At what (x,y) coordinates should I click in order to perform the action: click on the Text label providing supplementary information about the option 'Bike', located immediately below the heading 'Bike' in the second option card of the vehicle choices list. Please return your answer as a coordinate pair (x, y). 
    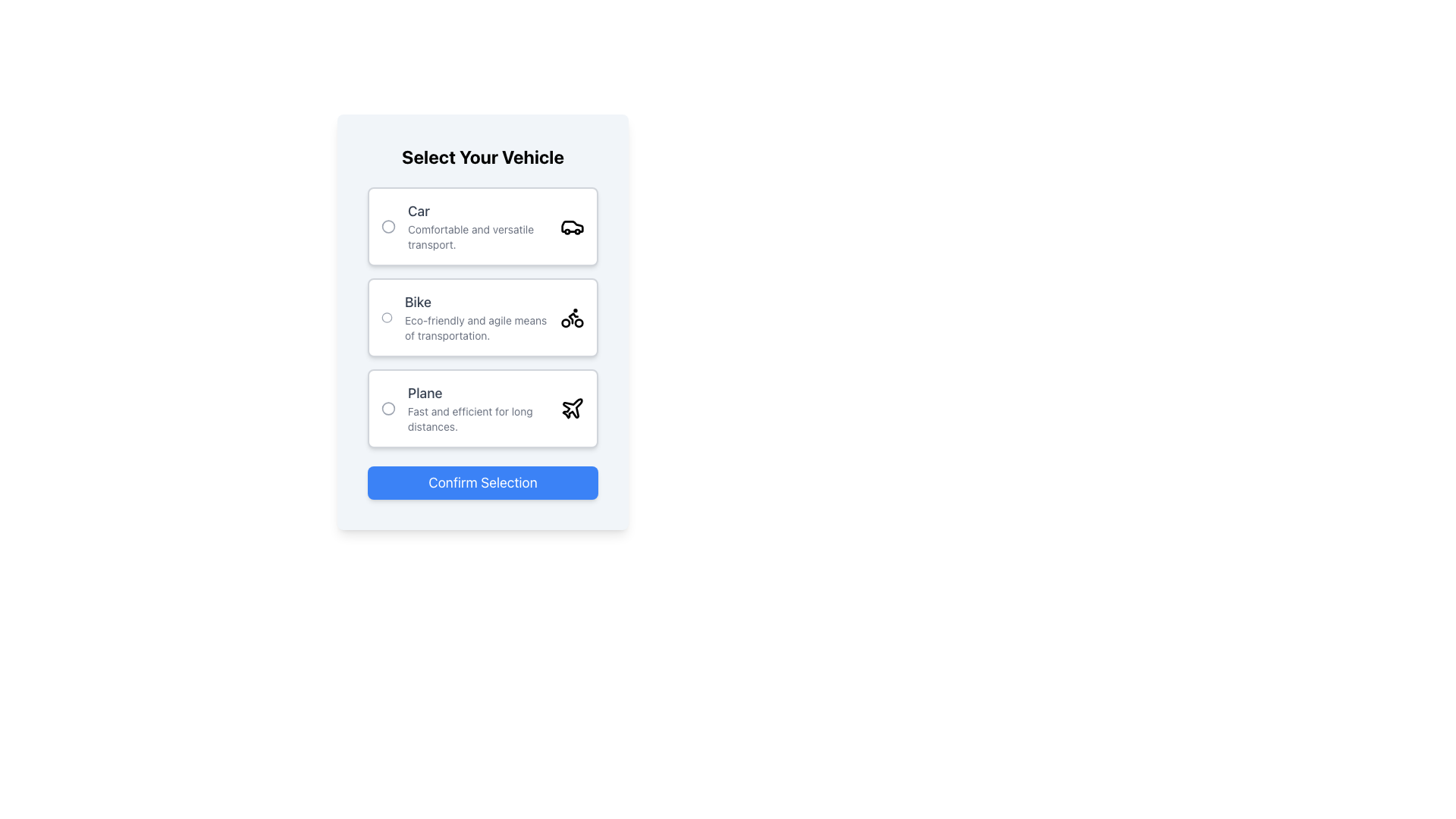
    Looking at the image, I should click on (475, 327).